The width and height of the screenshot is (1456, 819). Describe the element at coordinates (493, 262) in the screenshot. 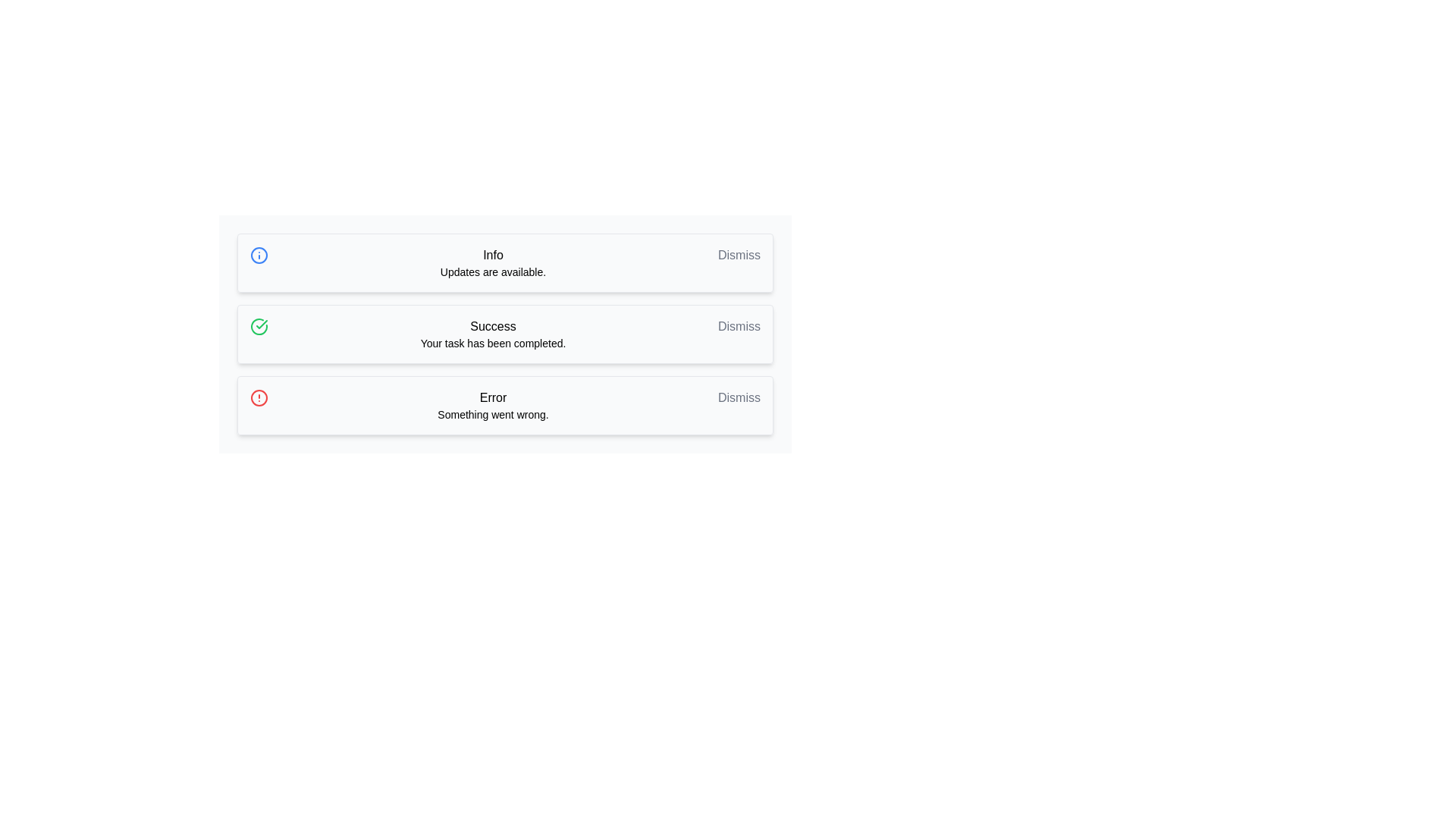

I see `the first notification box at the top of the column that provides updates to the user` at that location.